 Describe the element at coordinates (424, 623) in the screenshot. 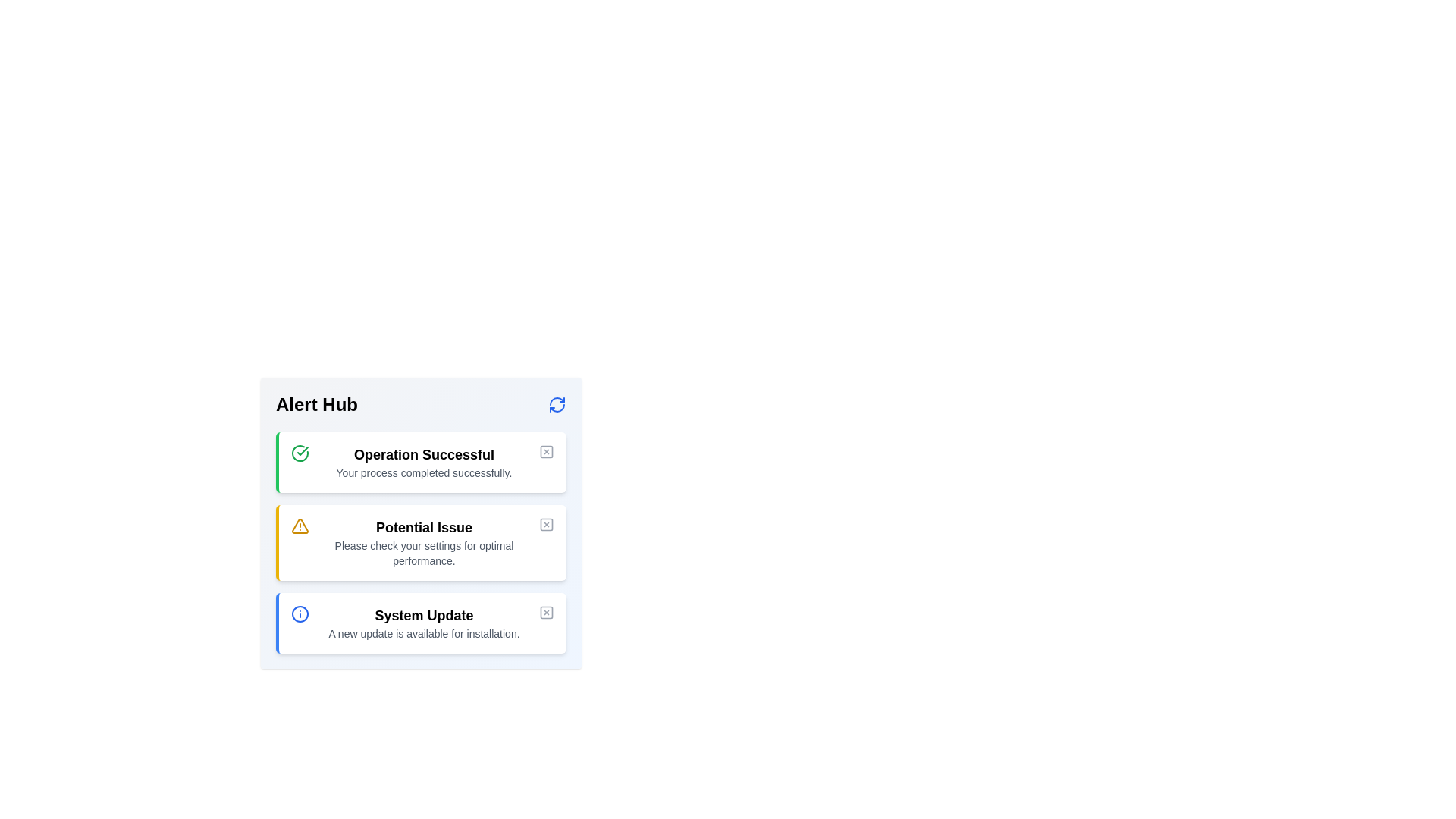

I see `the notification text block that informs users about a system update available for installation, located as the third alert in the 'Alert Hub' section` at that location.